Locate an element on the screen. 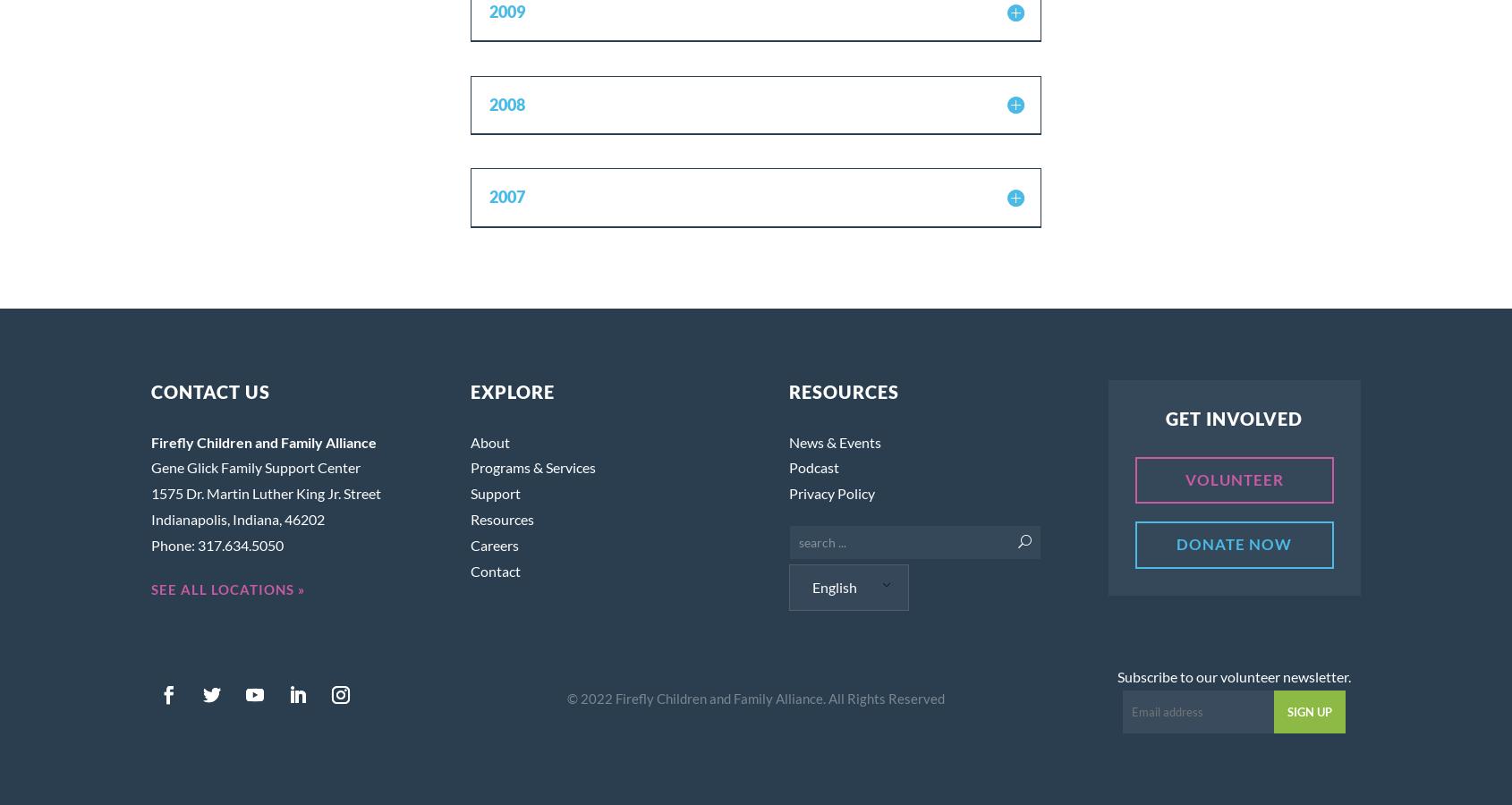 The image size is (1512, 805). 'Firefly Children and Family Alliance' is located at coordinates (264, 440).